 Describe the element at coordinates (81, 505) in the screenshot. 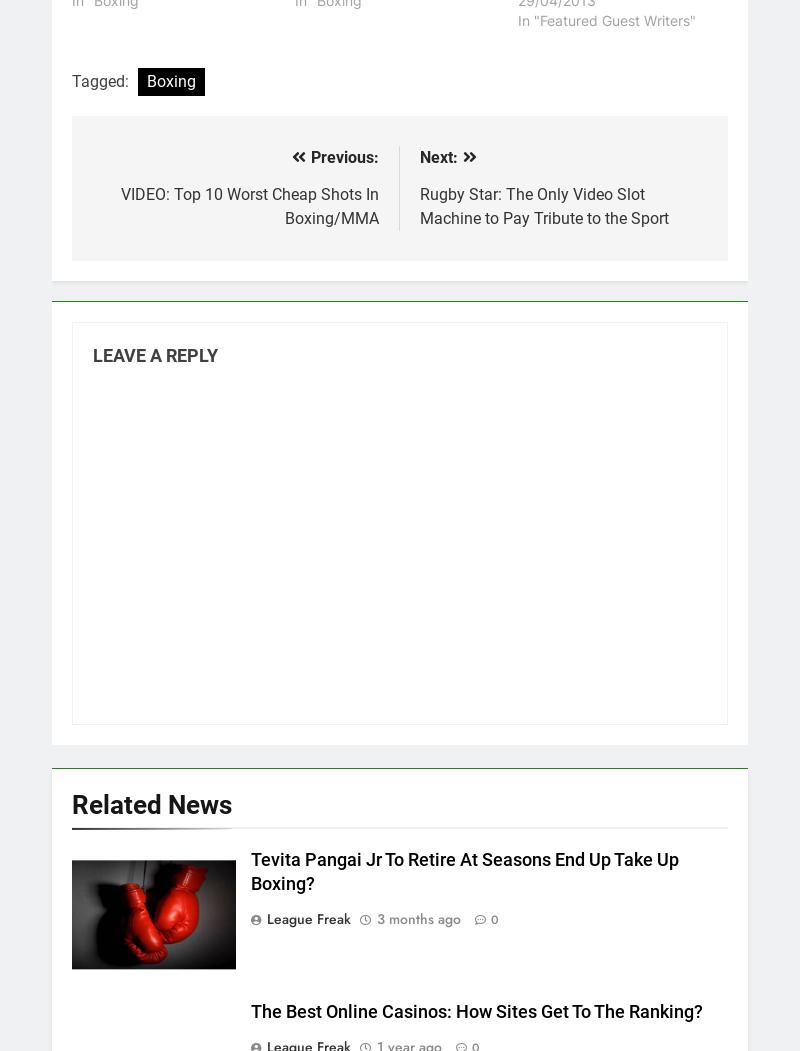

I see `'NRL Tipping Experts'` at that location.